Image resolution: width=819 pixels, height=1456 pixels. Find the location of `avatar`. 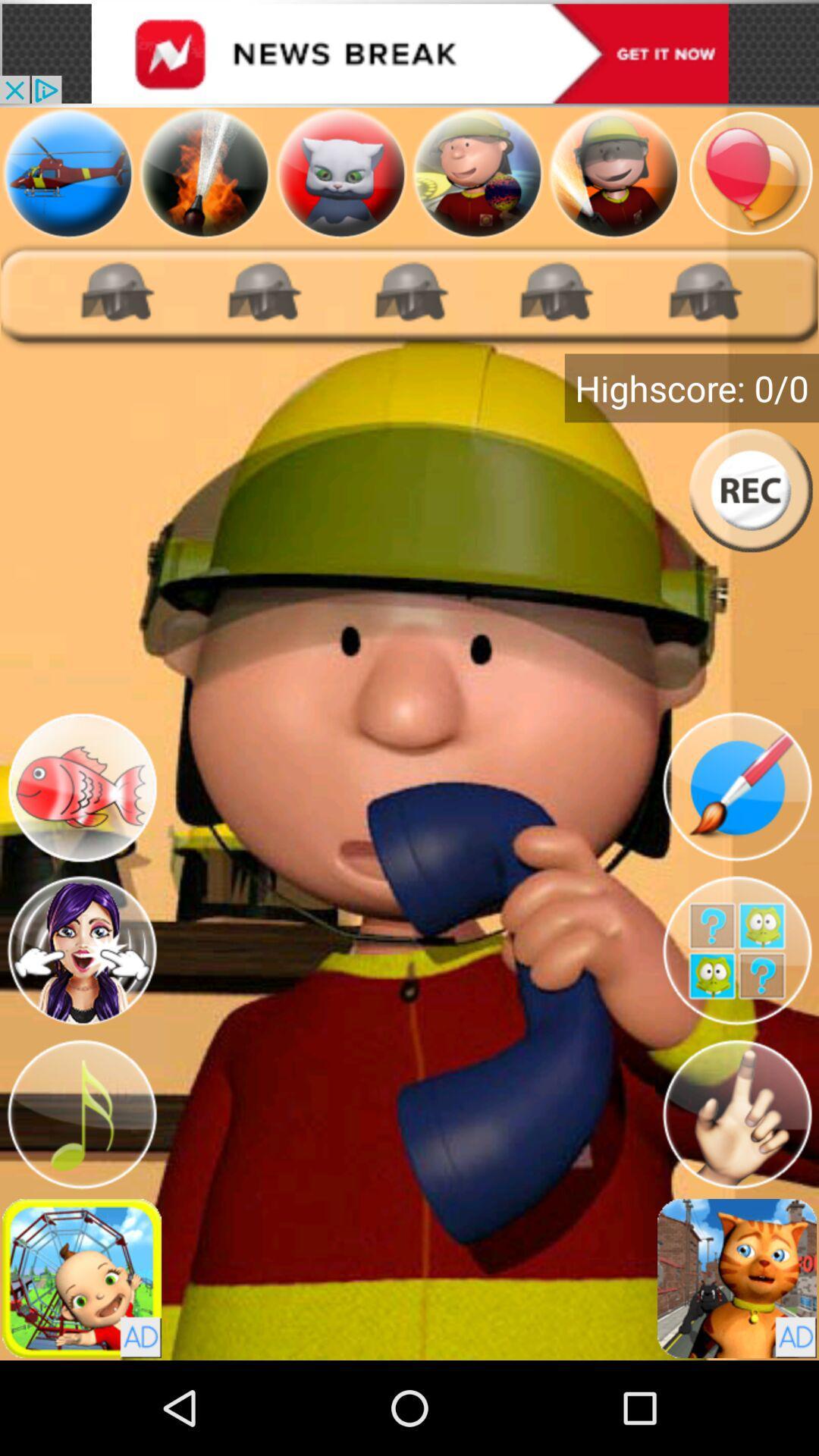

avatar is located at coordinates (614, 173).